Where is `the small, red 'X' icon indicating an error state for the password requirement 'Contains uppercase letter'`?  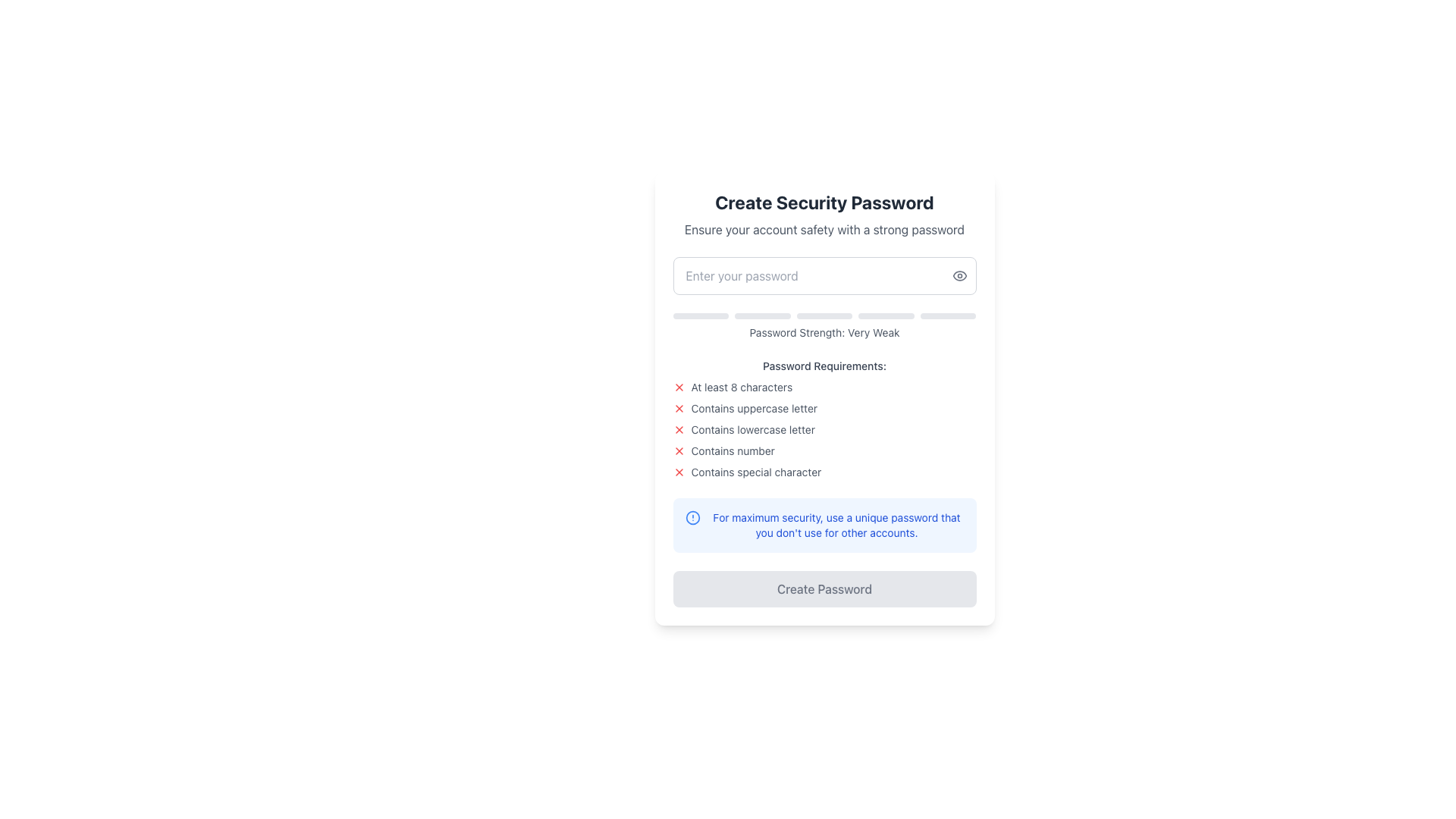
the small, red 'X' icon indicating an error state for the password requirement 'Contains uppercase letter' is located at coordinates (678, 408).